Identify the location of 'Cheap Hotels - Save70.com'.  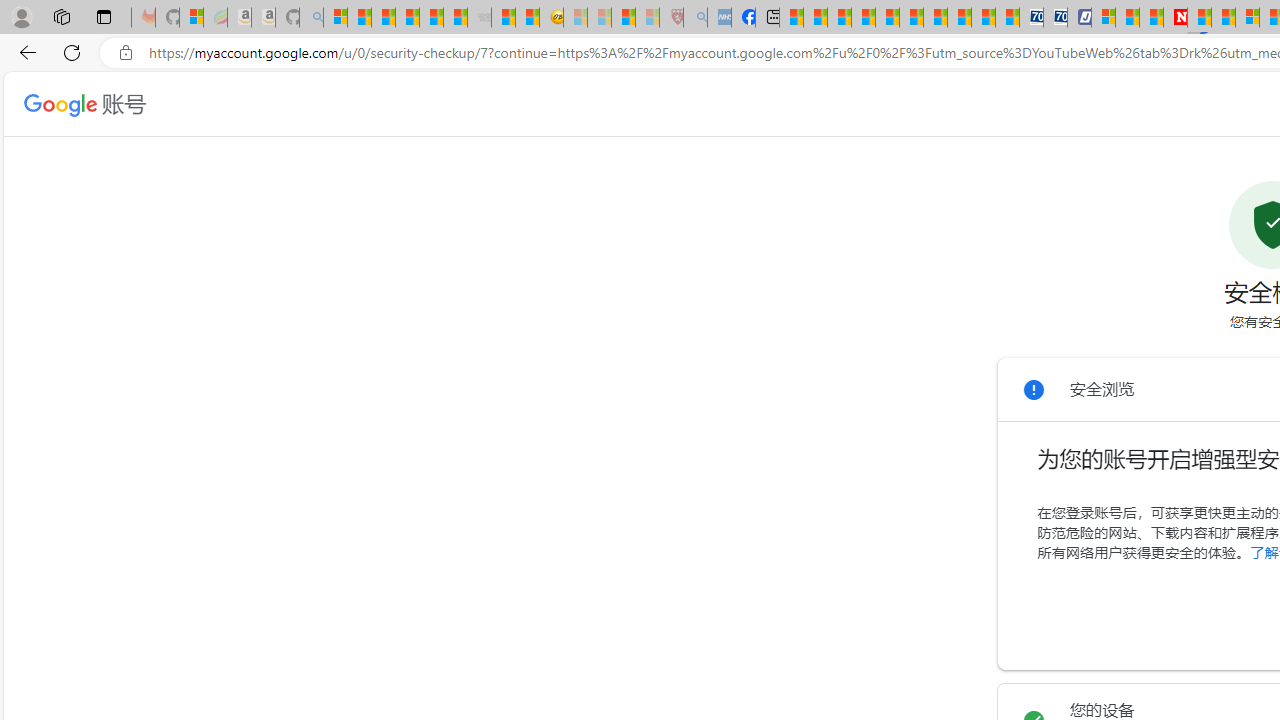
(1055, 17).